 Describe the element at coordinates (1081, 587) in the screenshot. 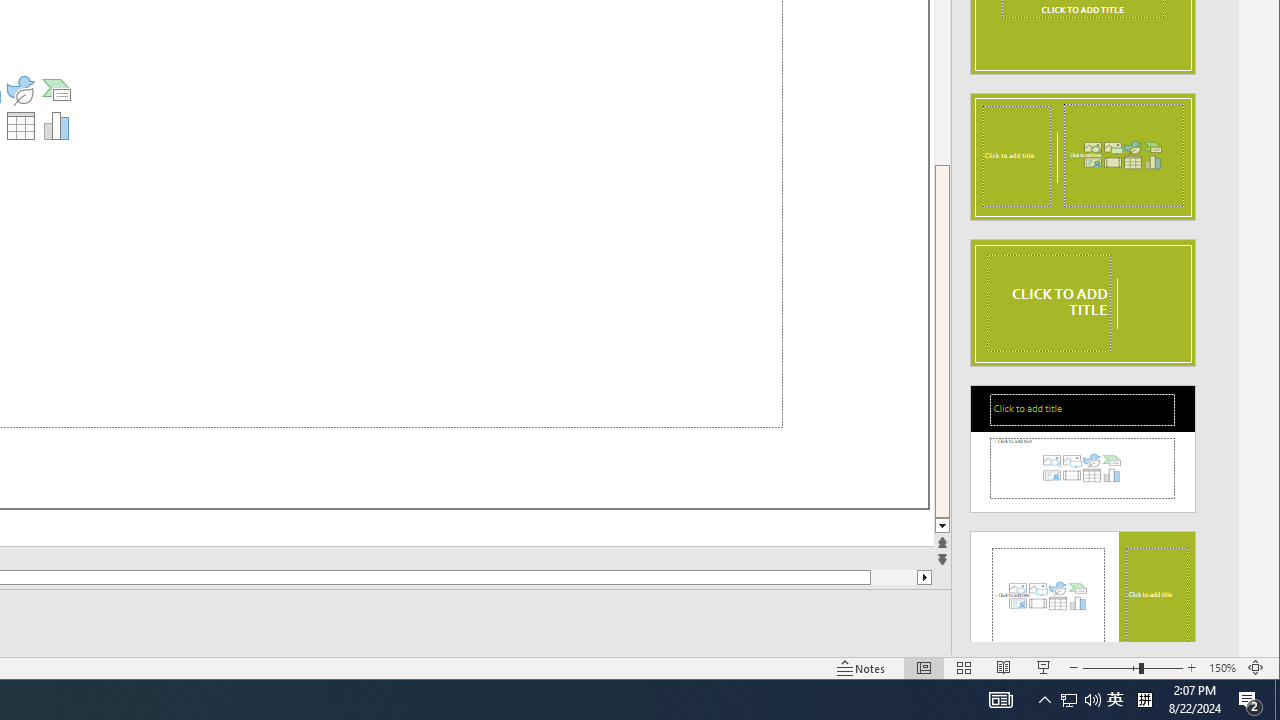

I see `'Design Idea'` at that location.